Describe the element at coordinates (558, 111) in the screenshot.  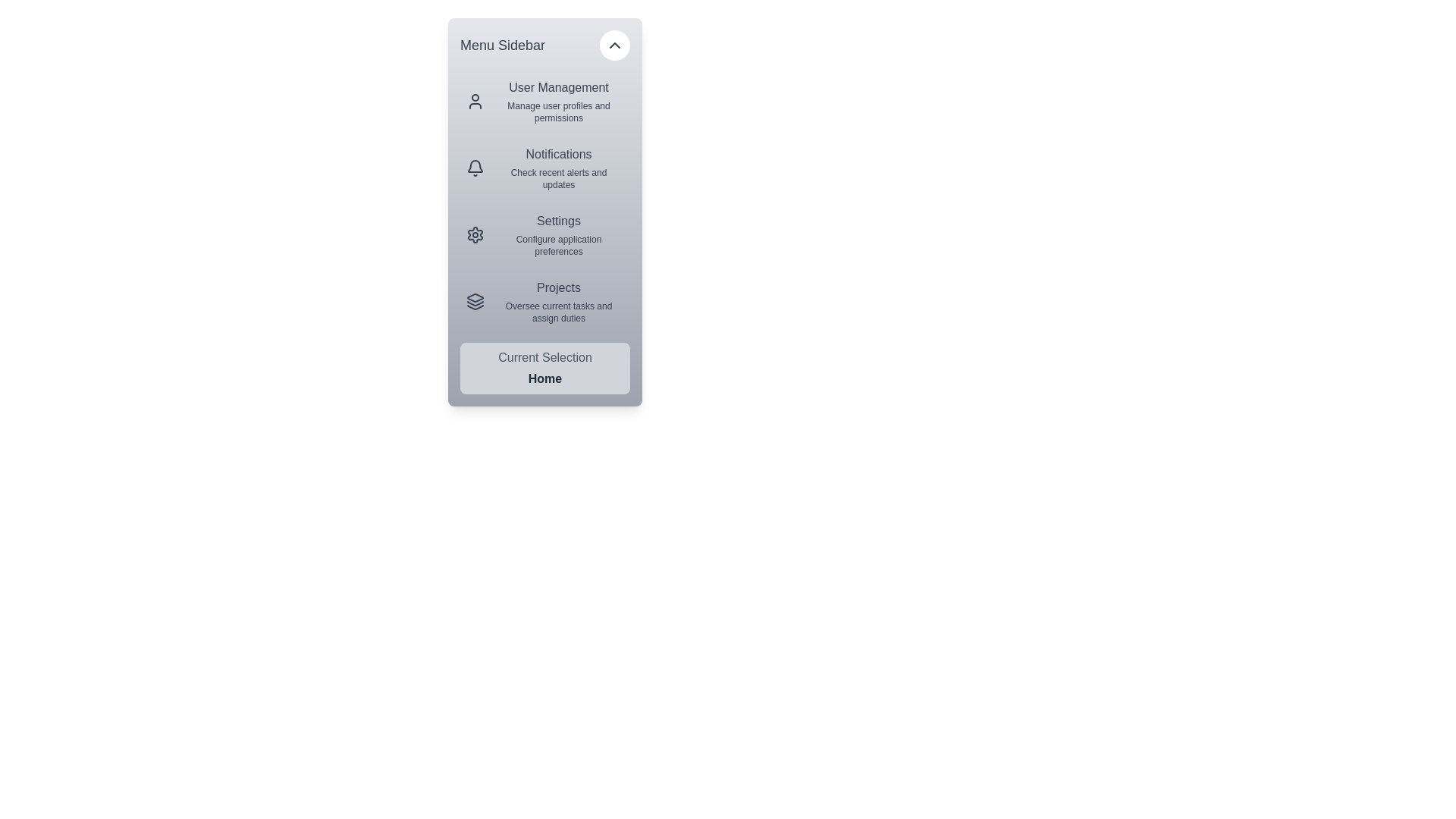
I see `the descriptive text label that provides information about the 'User Management' section, located directly below the 'User Management' heading in the sidebar menu` at that location.